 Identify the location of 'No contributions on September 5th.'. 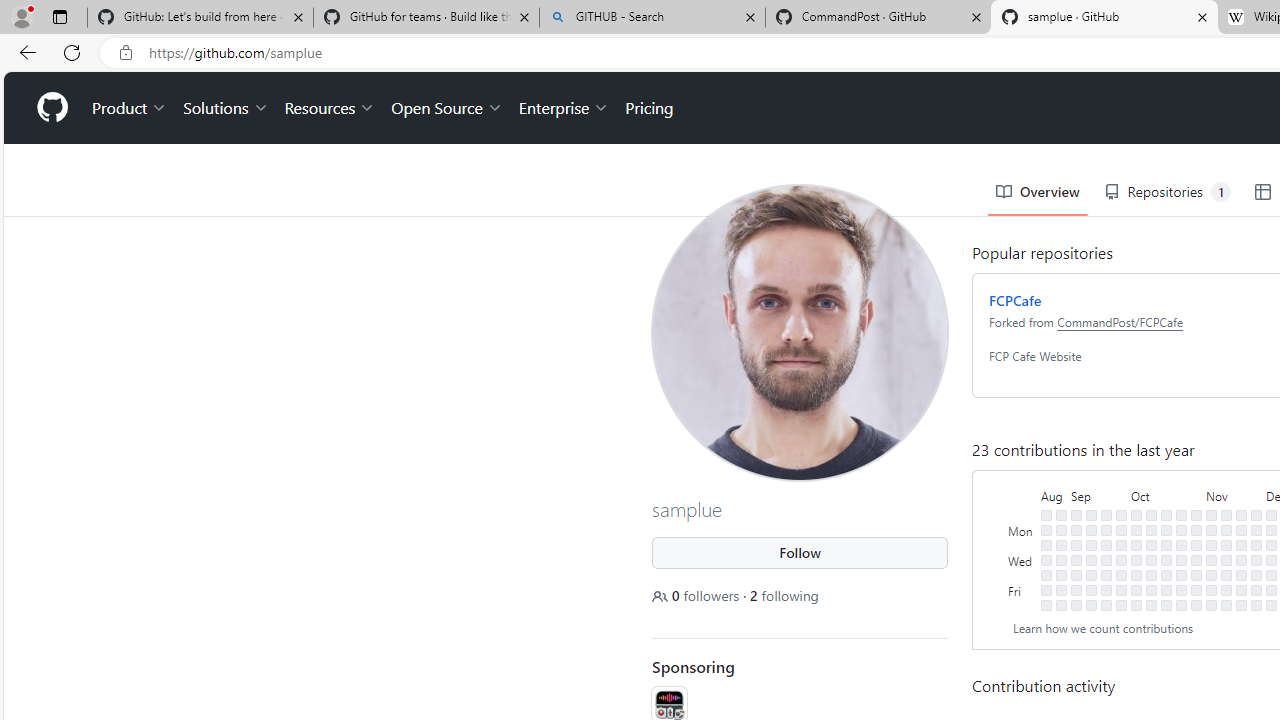
(1075, 545).